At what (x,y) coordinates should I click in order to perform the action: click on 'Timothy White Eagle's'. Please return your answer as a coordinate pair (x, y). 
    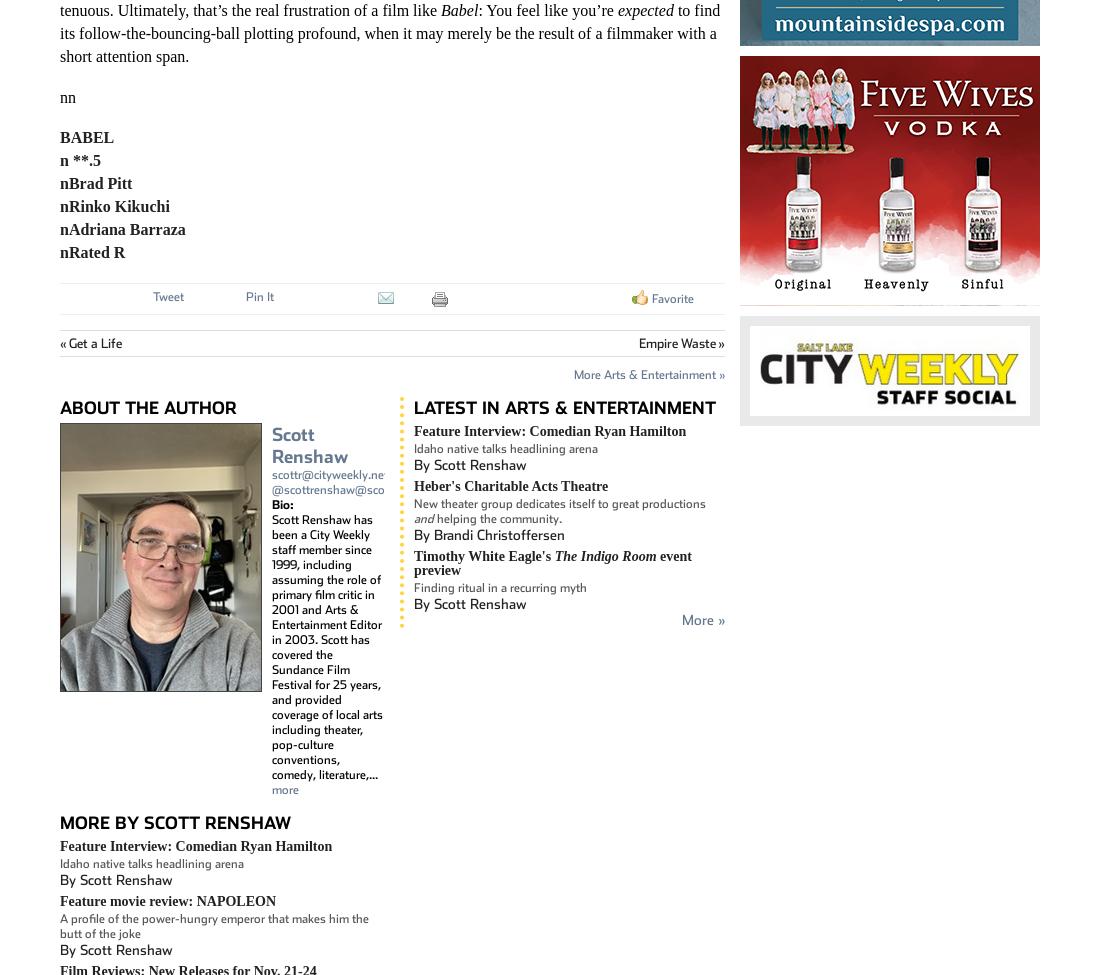
    Looking at the image, I should click on (484, 554).